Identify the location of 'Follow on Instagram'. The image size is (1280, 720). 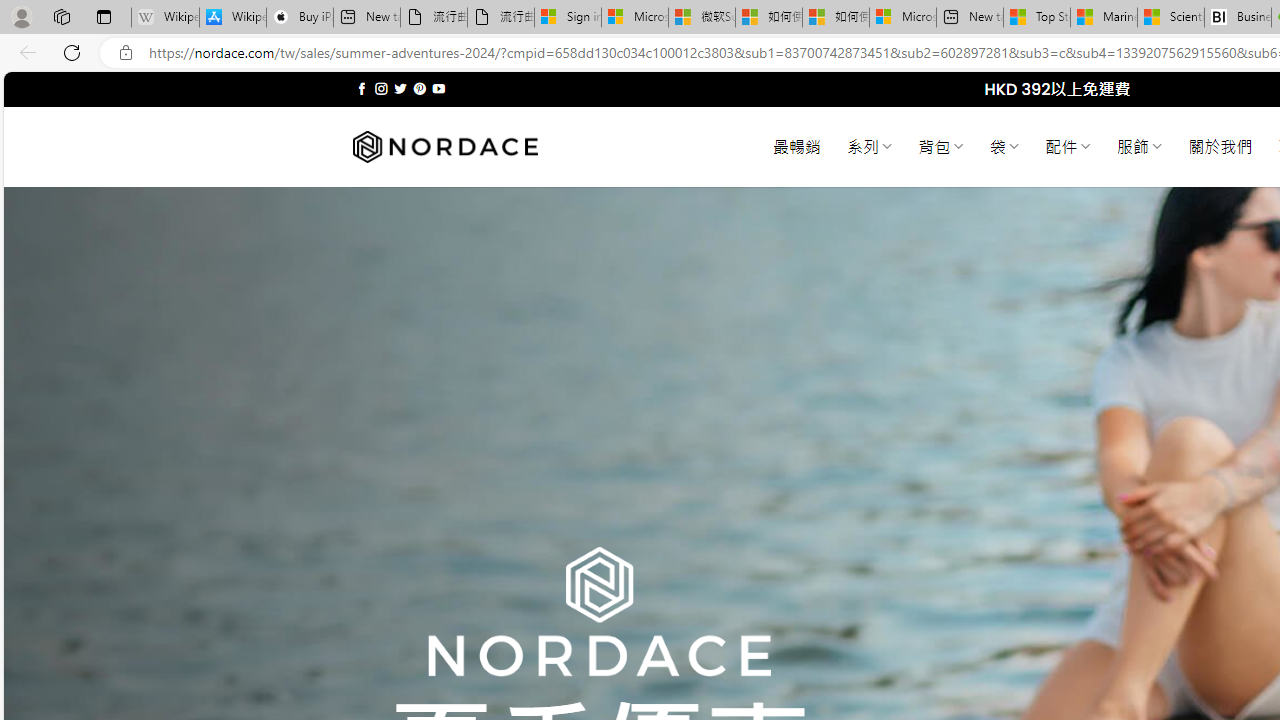
(381, 88).